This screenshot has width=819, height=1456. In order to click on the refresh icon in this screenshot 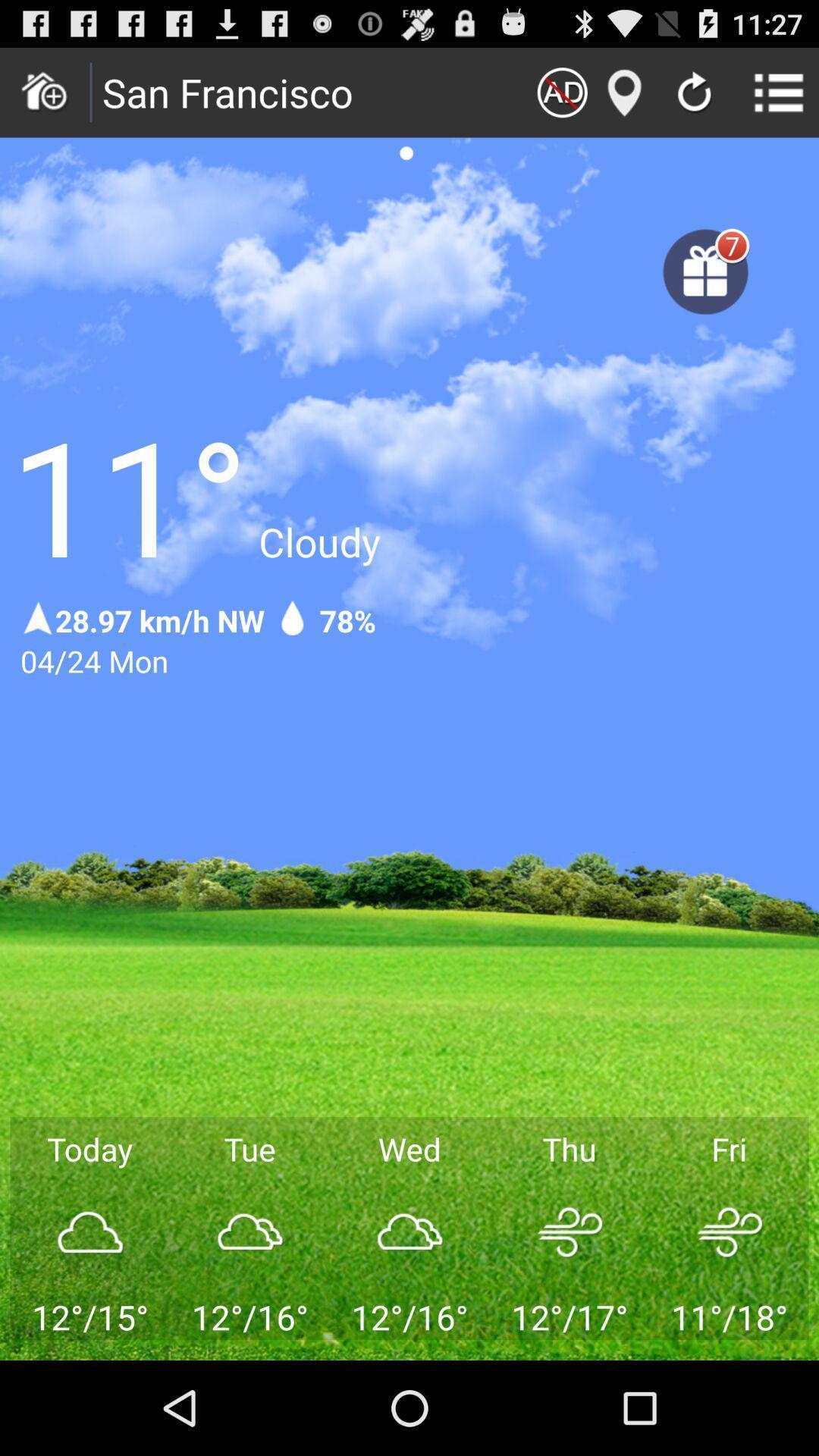, I will do `click(694, 100)`.